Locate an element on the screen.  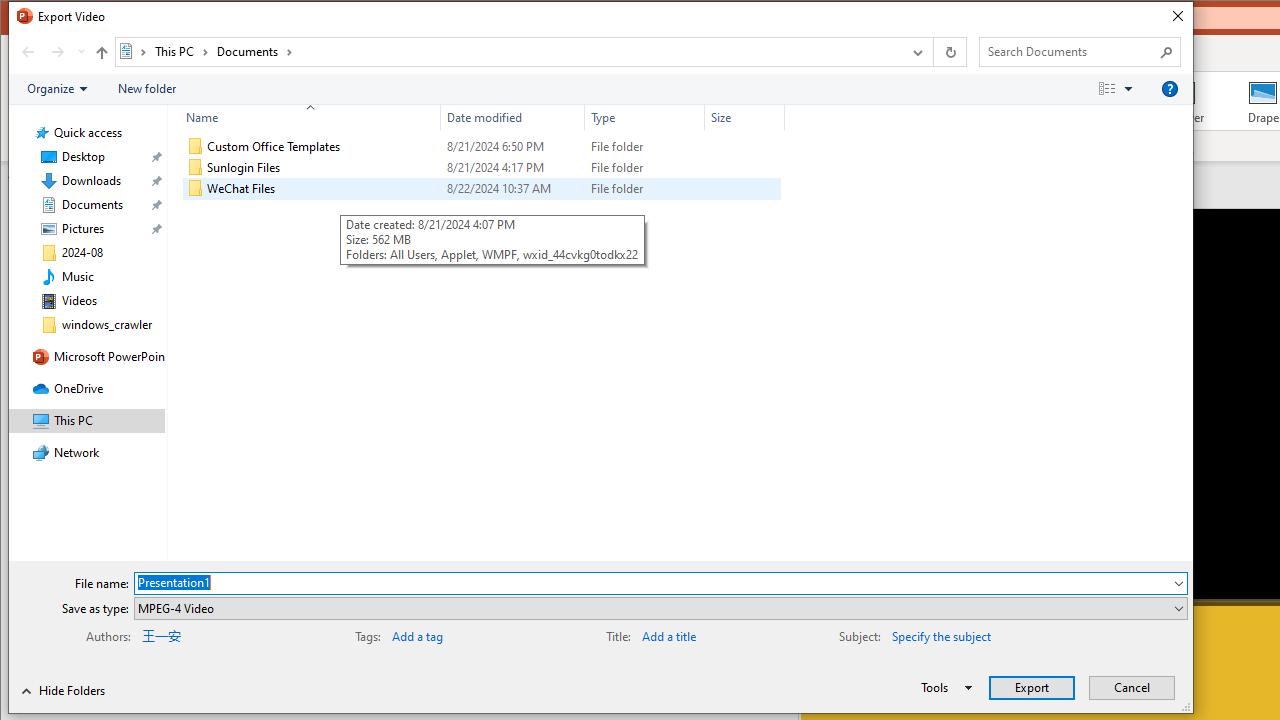
'Type' is located at coordinates (645, 117).